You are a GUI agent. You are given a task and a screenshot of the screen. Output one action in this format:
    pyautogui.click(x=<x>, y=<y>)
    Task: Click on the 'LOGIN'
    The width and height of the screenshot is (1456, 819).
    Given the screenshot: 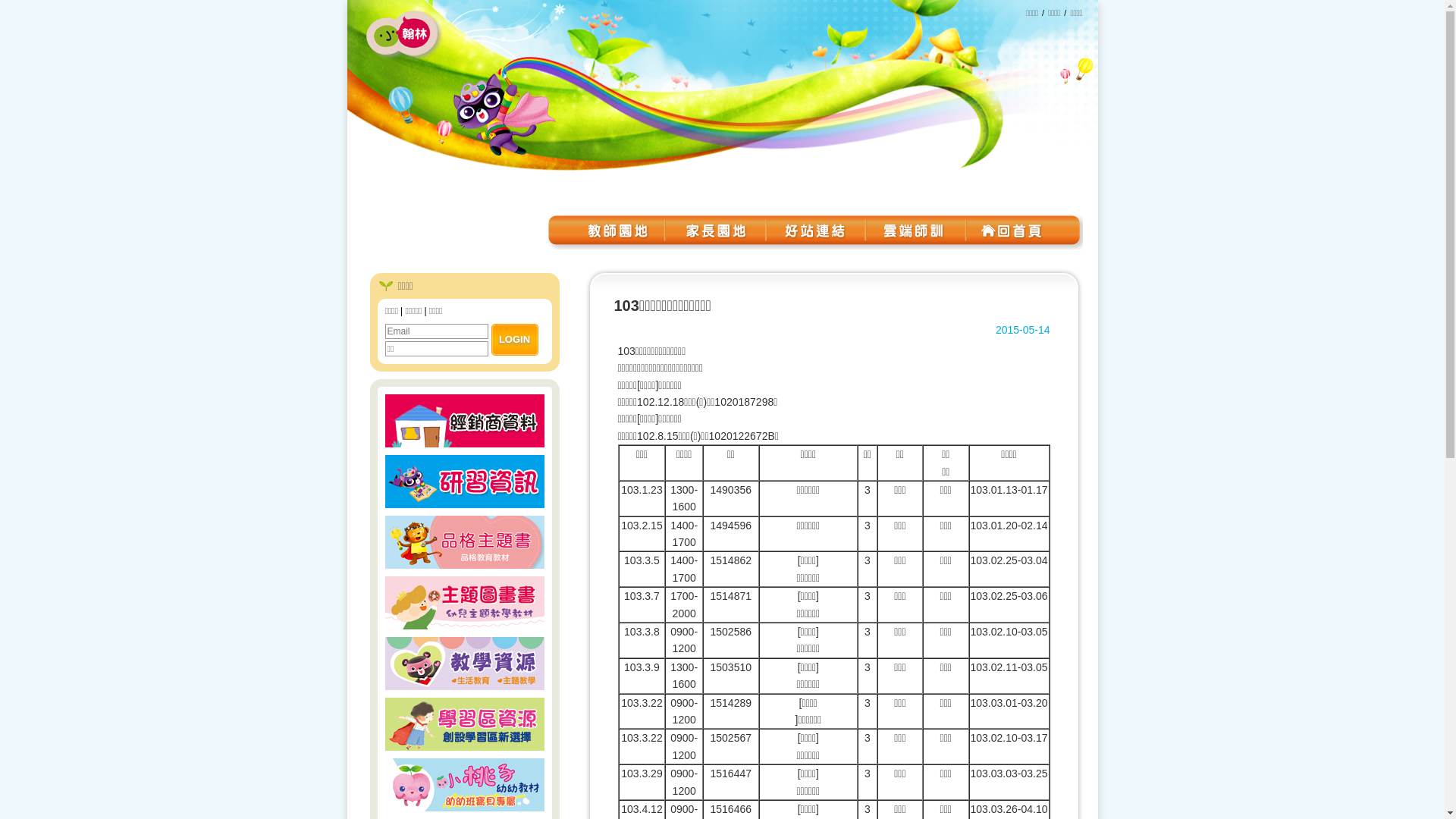 What is the action you would take?
    pyautogui.click(x=514, y=338)
    